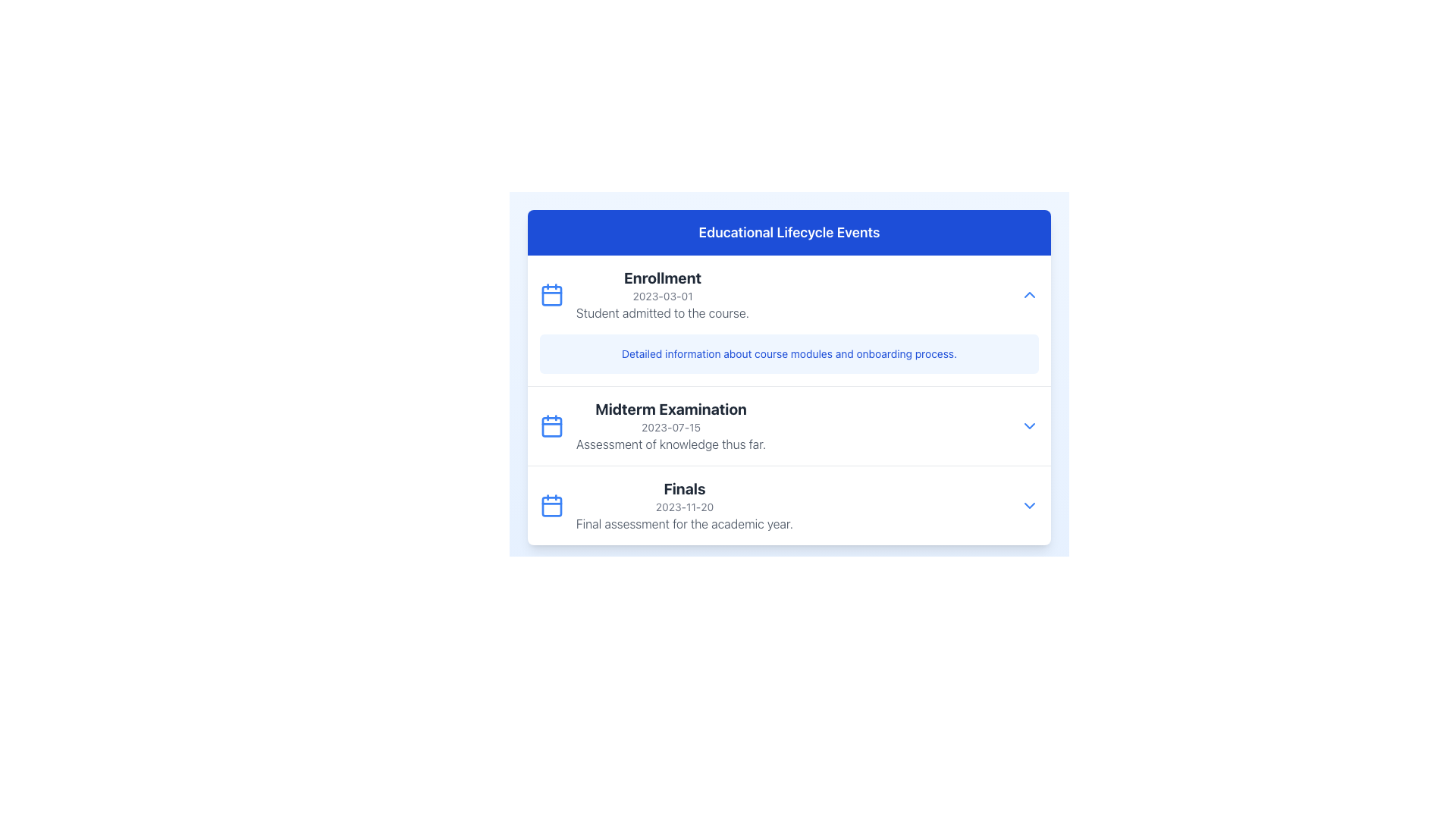 The width and height of the screenshot is (1456, 819). I want to click on the calendar icon located in the 'Enrollment' section of the 'Educational Lifecycle Events' list, positioned to the left of the bold text 'Enrollment', so click(551, 295).